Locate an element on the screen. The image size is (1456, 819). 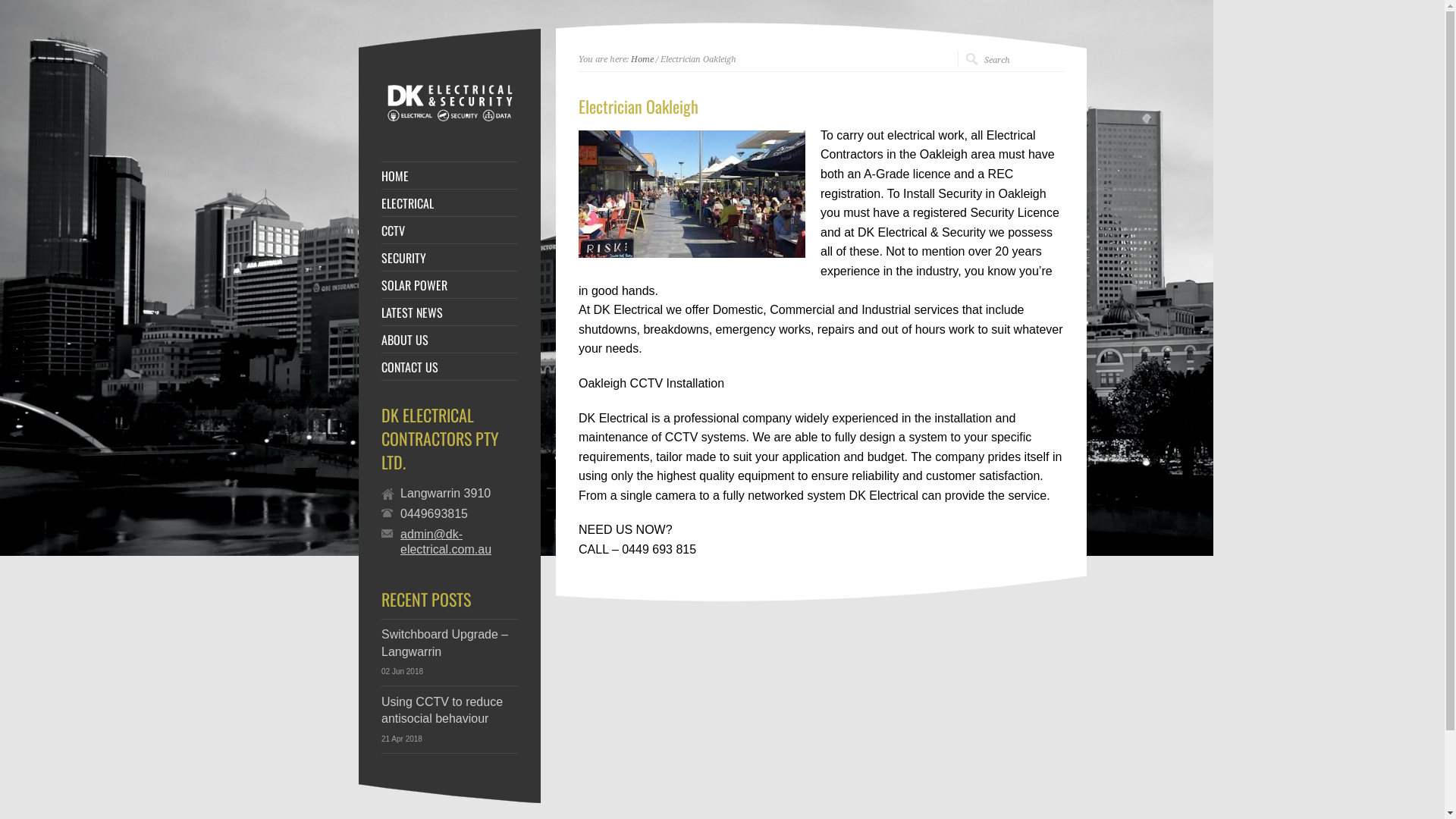
'LATEST NEWS' is located at coordinates (449, 312).